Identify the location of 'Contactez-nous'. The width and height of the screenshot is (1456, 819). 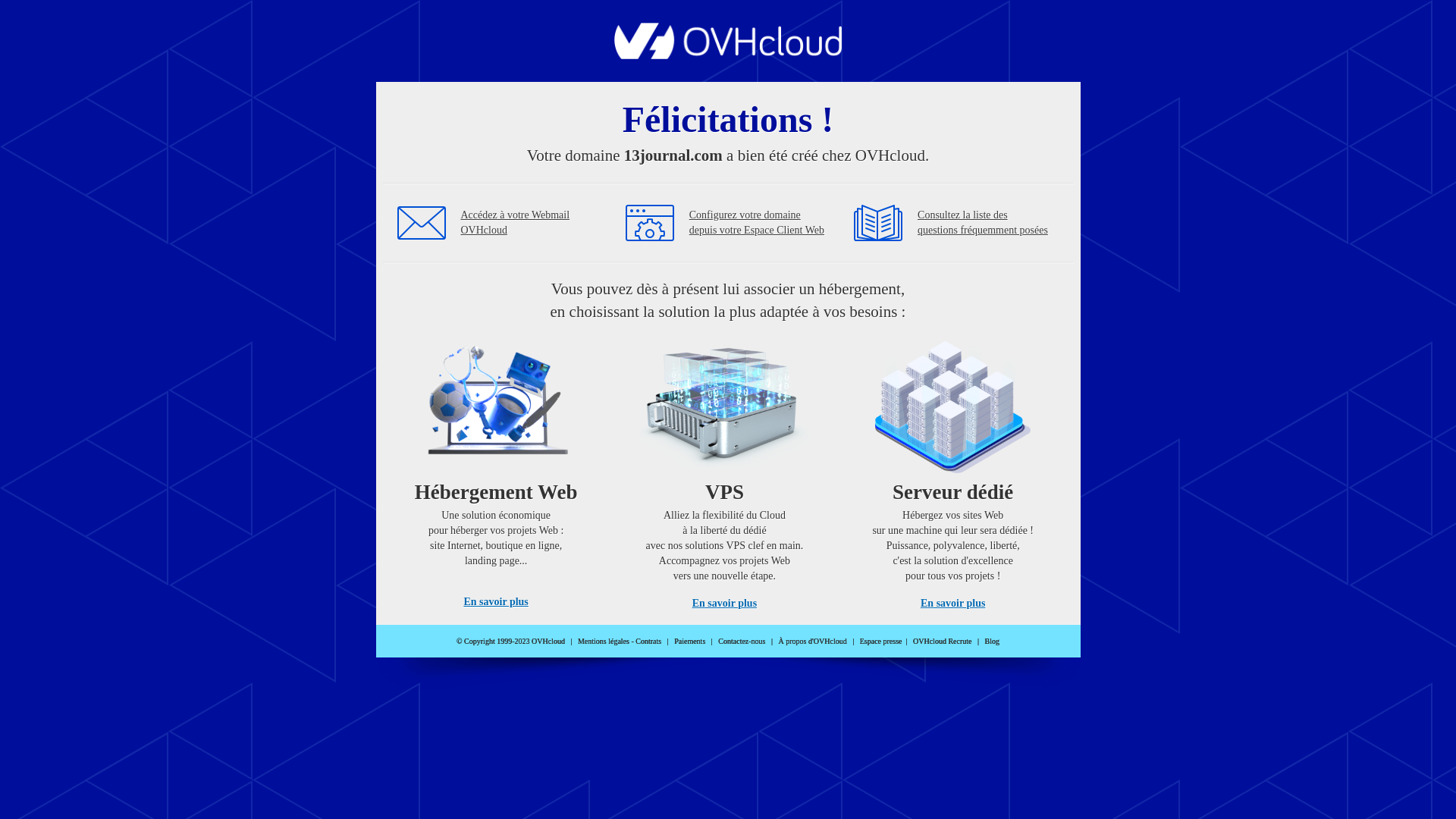
(742, 641).